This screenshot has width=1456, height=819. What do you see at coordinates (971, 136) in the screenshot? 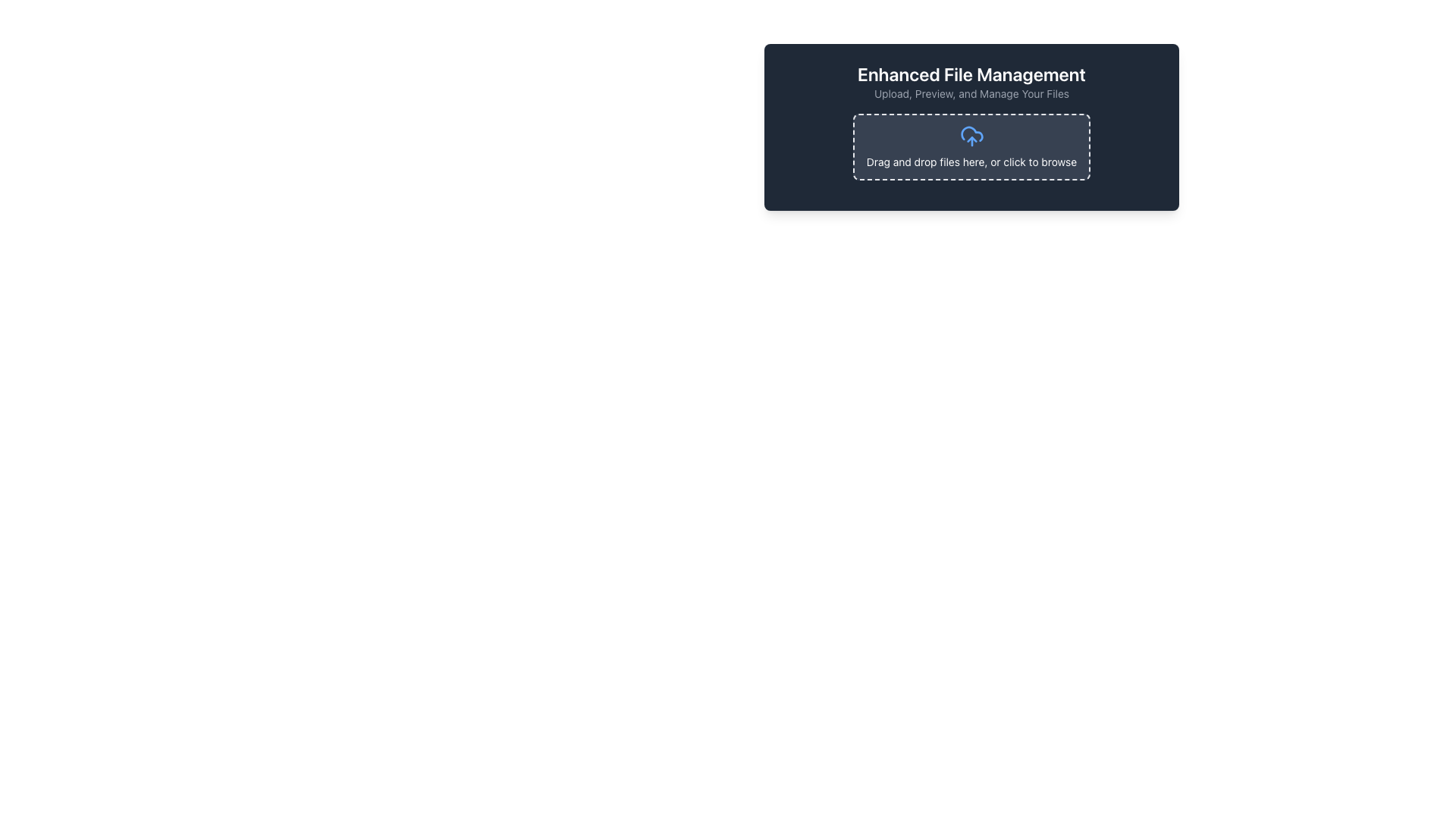
I see `the file upload icon located within the dashed-border rectangle, which is part of a larger box containing a title and instruction text` at bounding box center [971, 136].